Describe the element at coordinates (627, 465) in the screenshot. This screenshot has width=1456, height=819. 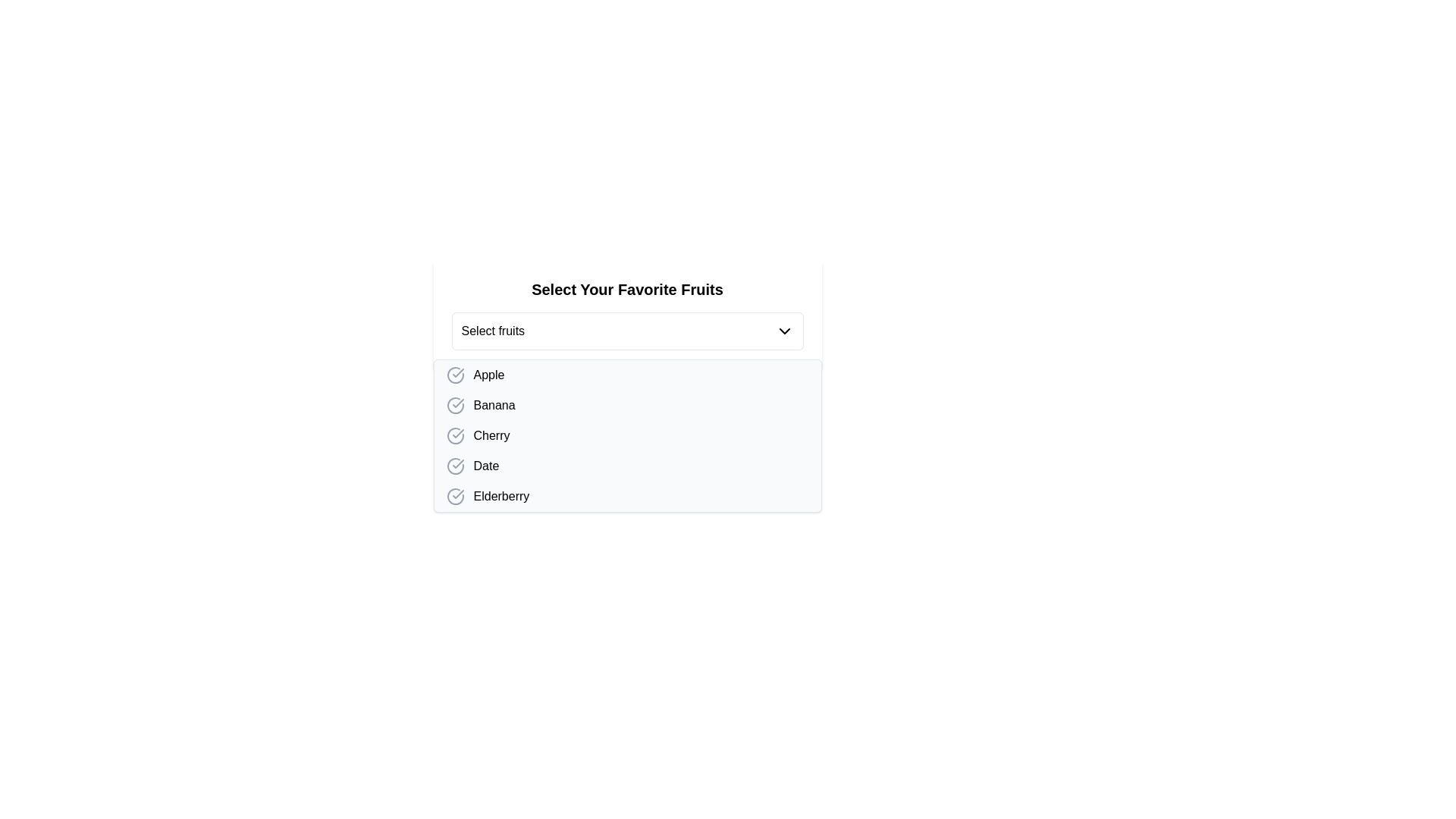
I see `the 'Date' dropdown menu item, which is the fourth item in a vertical list of options` at that location.